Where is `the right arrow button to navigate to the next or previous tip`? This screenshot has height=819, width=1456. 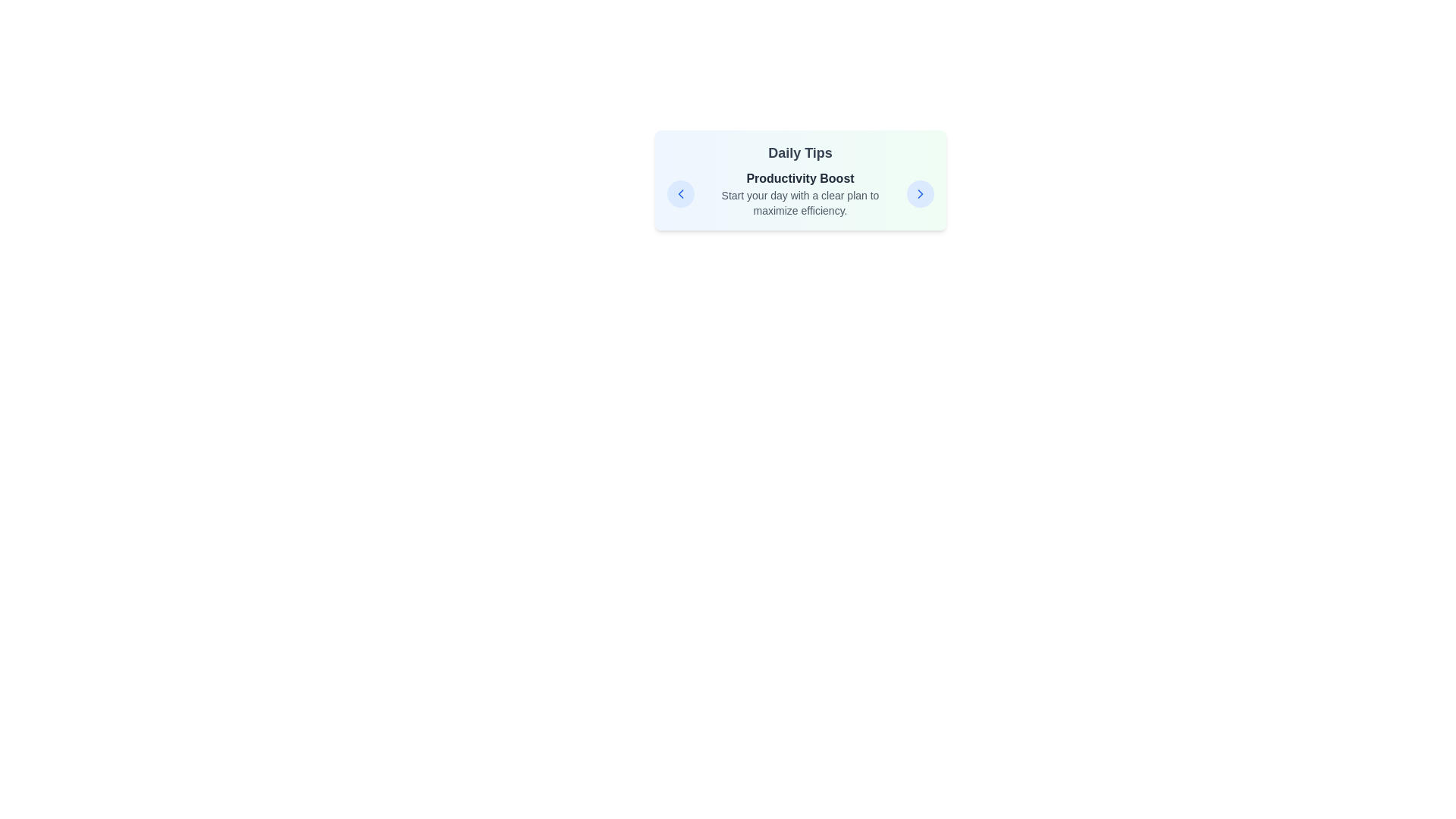
the right arrow button to navigate to the next or previous tip is located at coordinates (919, 193).